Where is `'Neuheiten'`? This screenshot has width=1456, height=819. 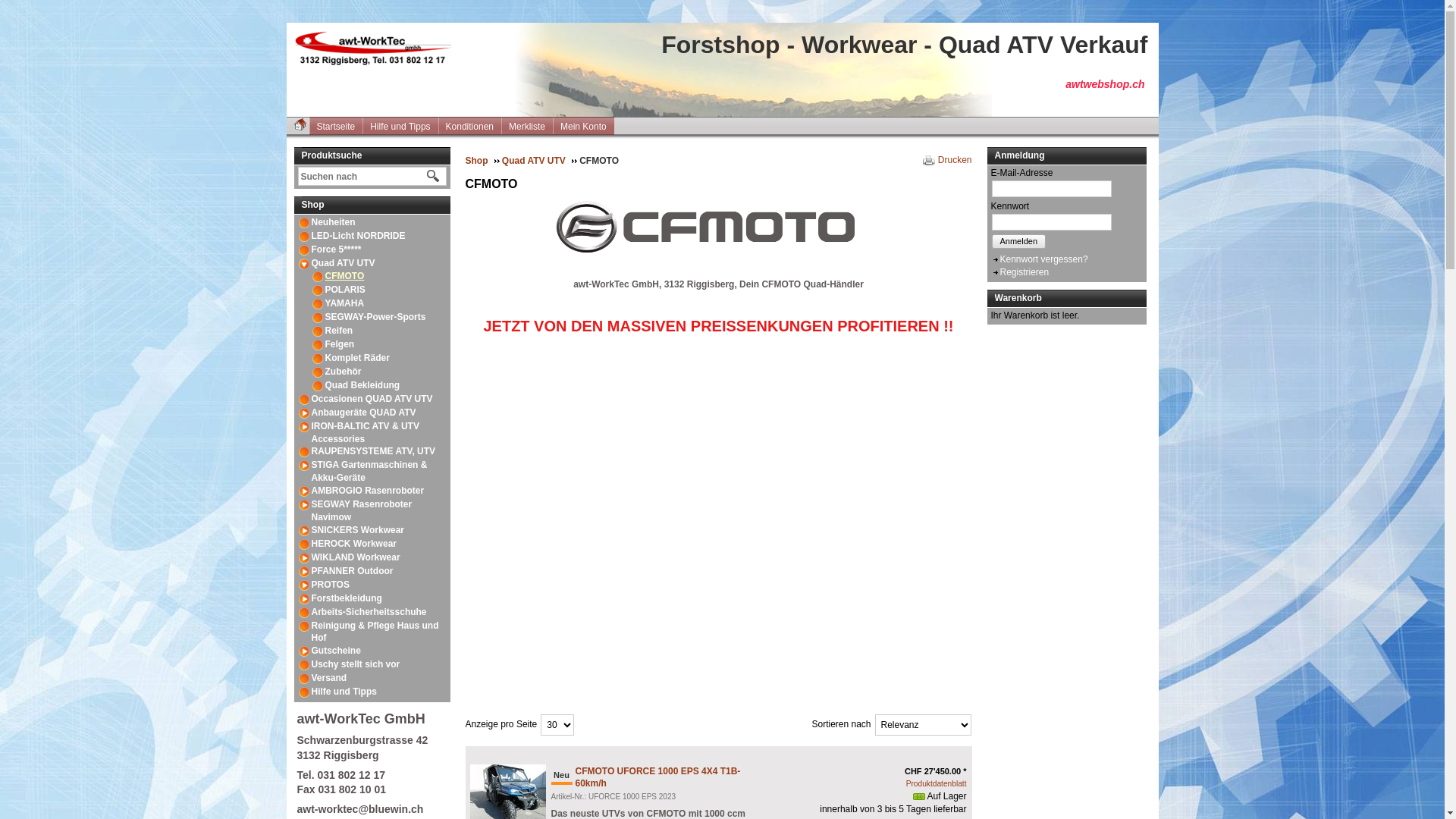 'Neuheiten' is located at coordinates (333, 222).